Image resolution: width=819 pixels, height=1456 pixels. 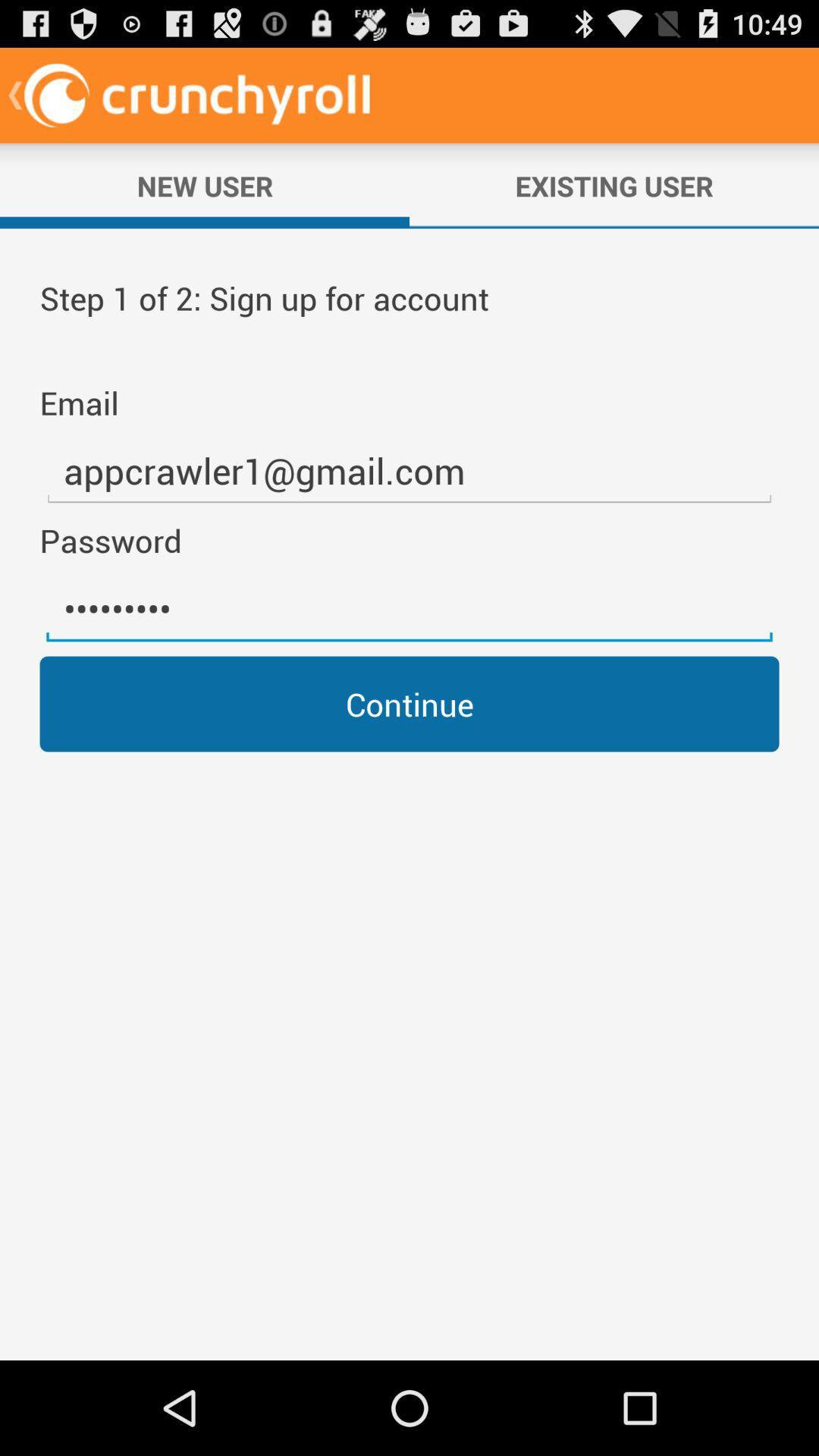 What do you see at coordinates (205, 185) in the screenshot?
I see `icon next to the existing user item` at bounding box center [205, 185].